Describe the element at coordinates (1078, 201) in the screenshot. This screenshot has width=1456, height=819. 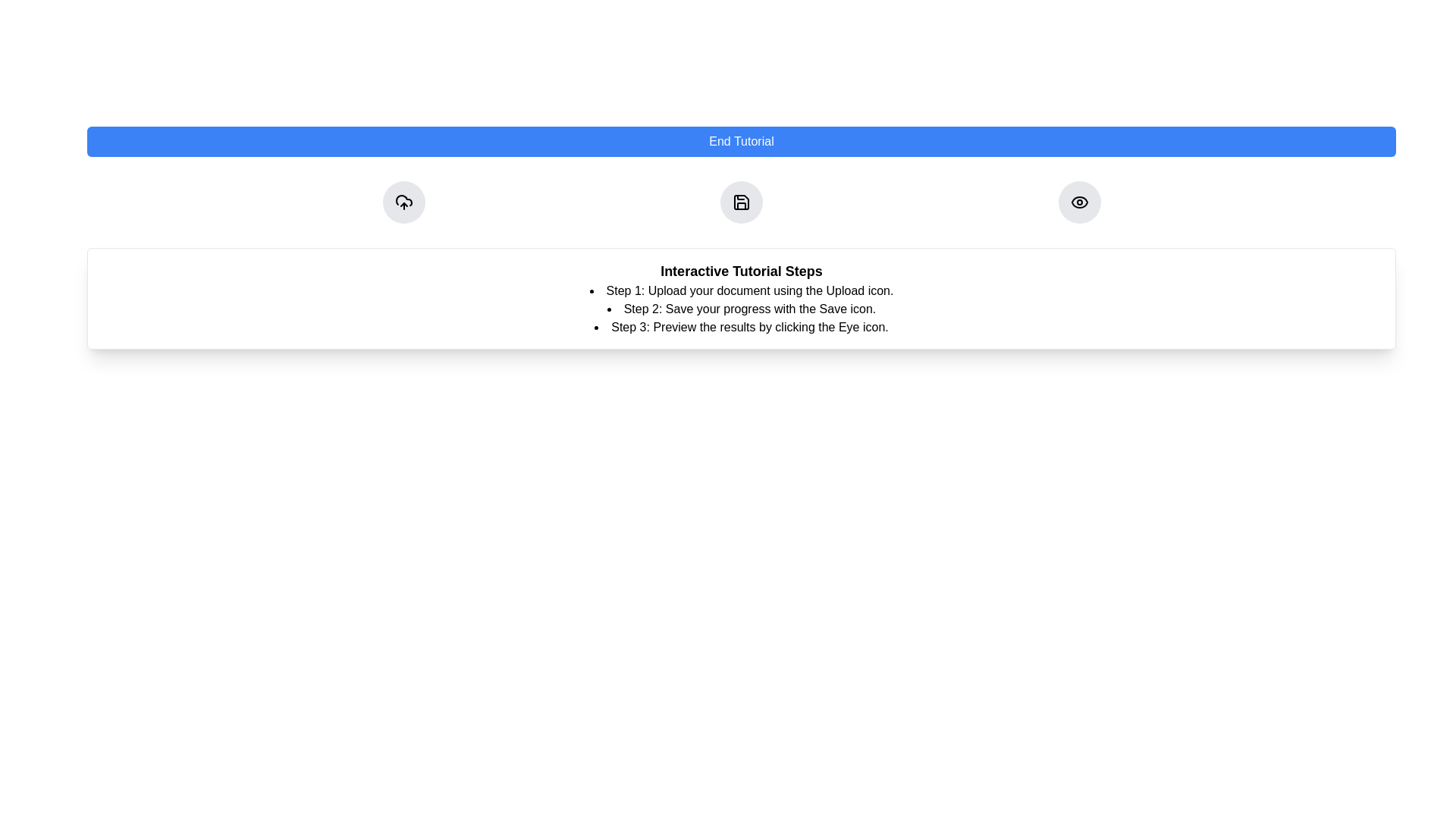
I see `the third interactive icon, a circular icon with a gray background and an eye symbol in the center, located towards the far right of a horizontally aligned group of icons` at that location.